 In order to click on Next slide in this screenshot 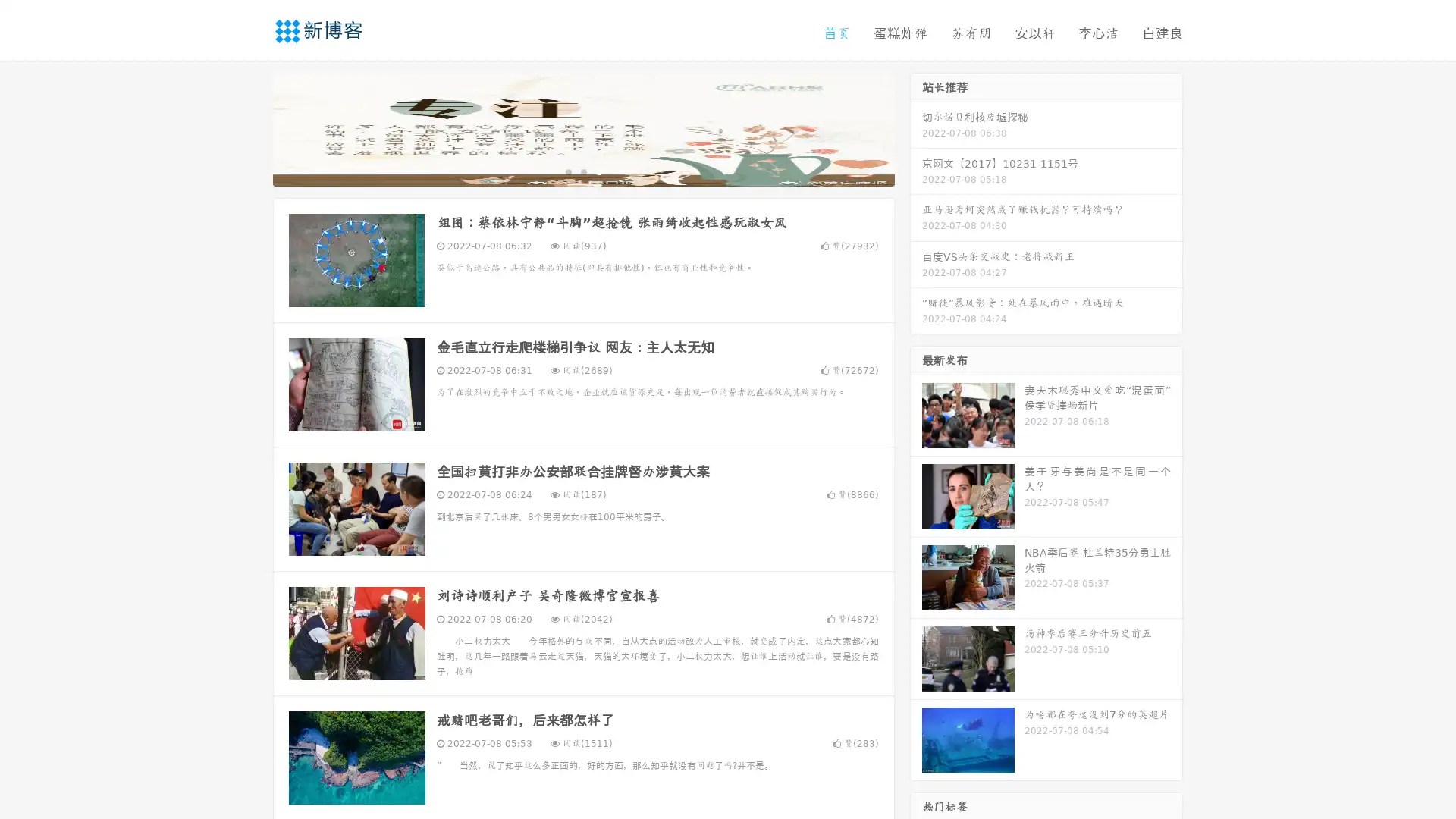, I will do `click(916, 127)`.